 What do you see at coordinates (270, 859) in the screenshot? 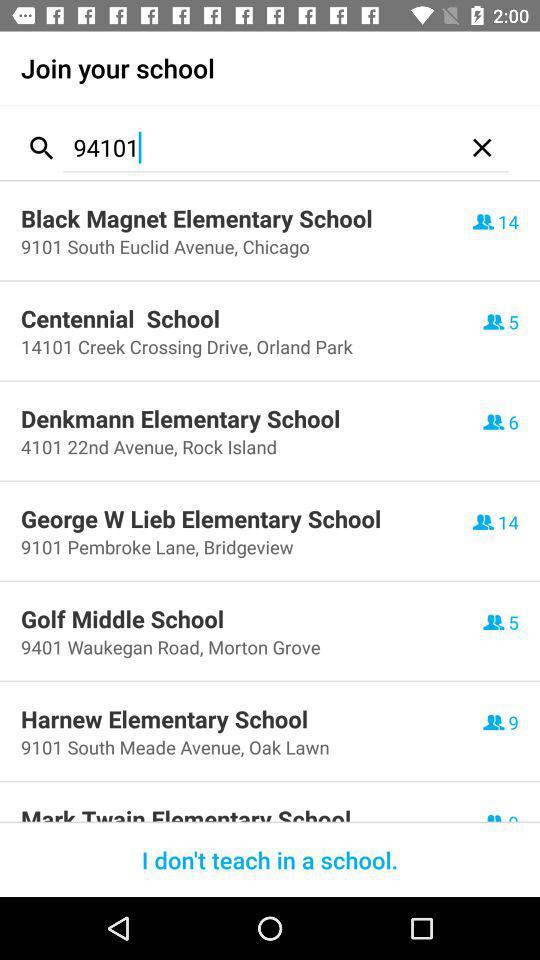
I see `the i don t` at bounding box center [270, 859].